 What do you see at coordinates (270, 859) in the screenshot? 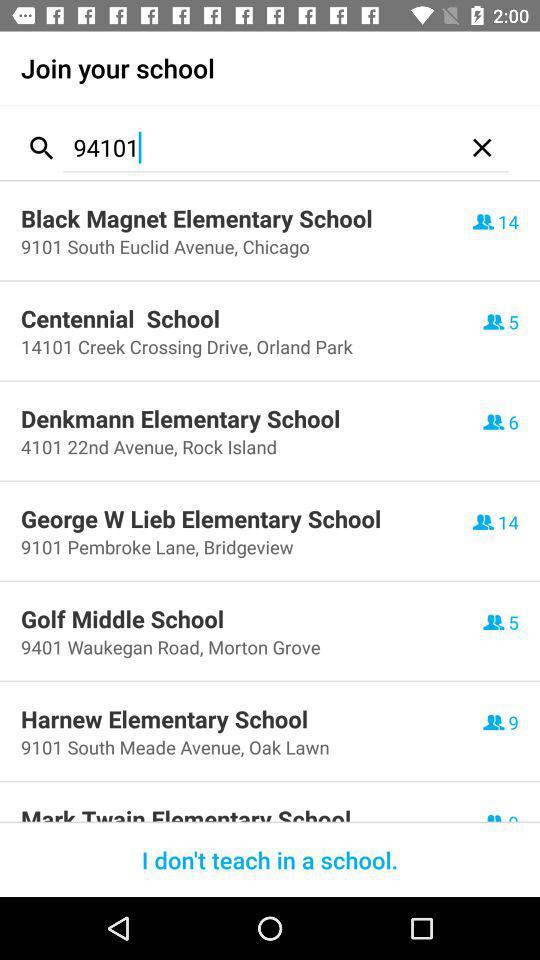
I see `the i don t` at bounding box center [270, 859].